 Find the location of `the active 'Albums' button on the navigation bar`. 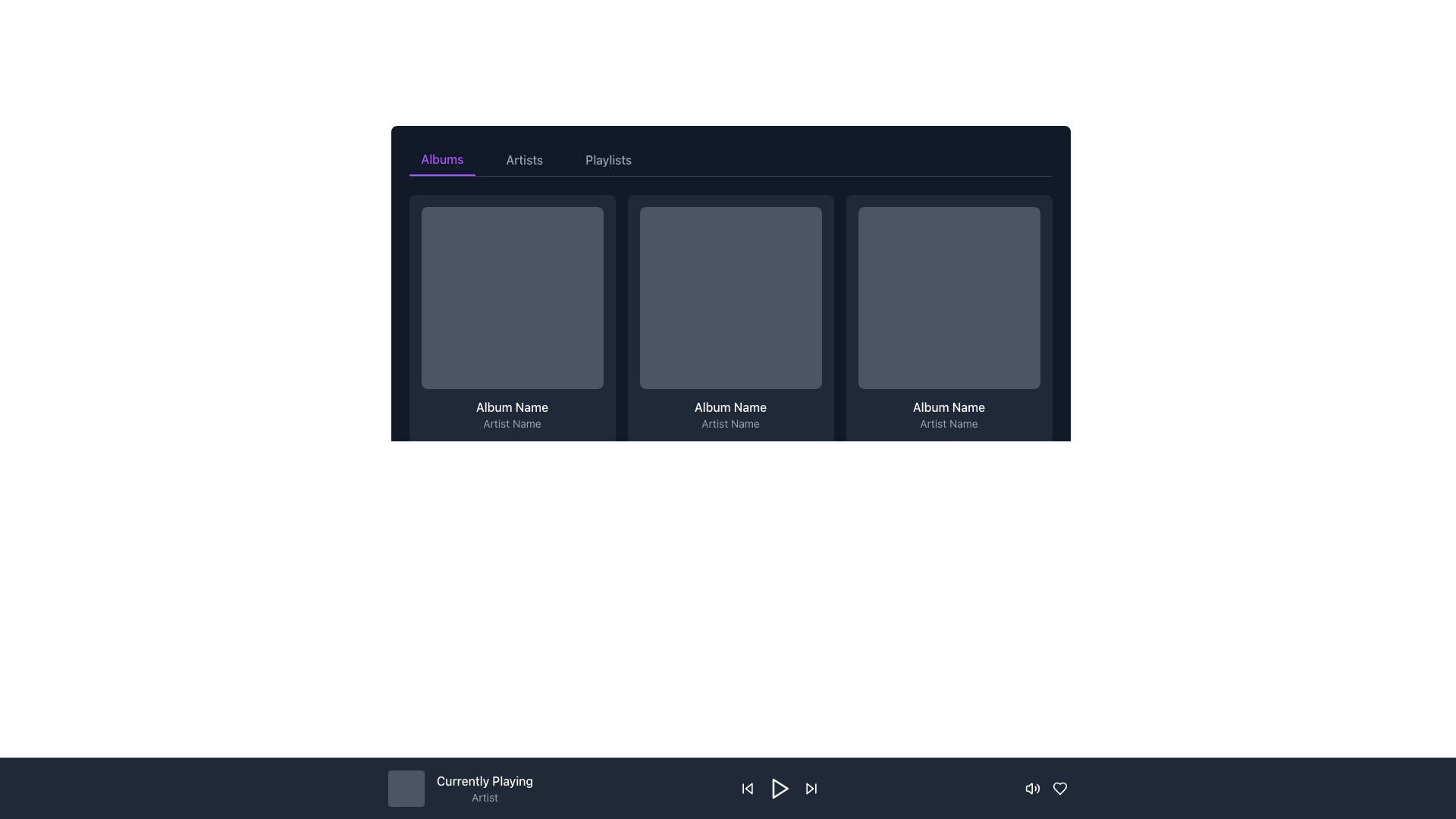

the active 'Albums' button on the navigation bar is located at coordinates (441, 160).